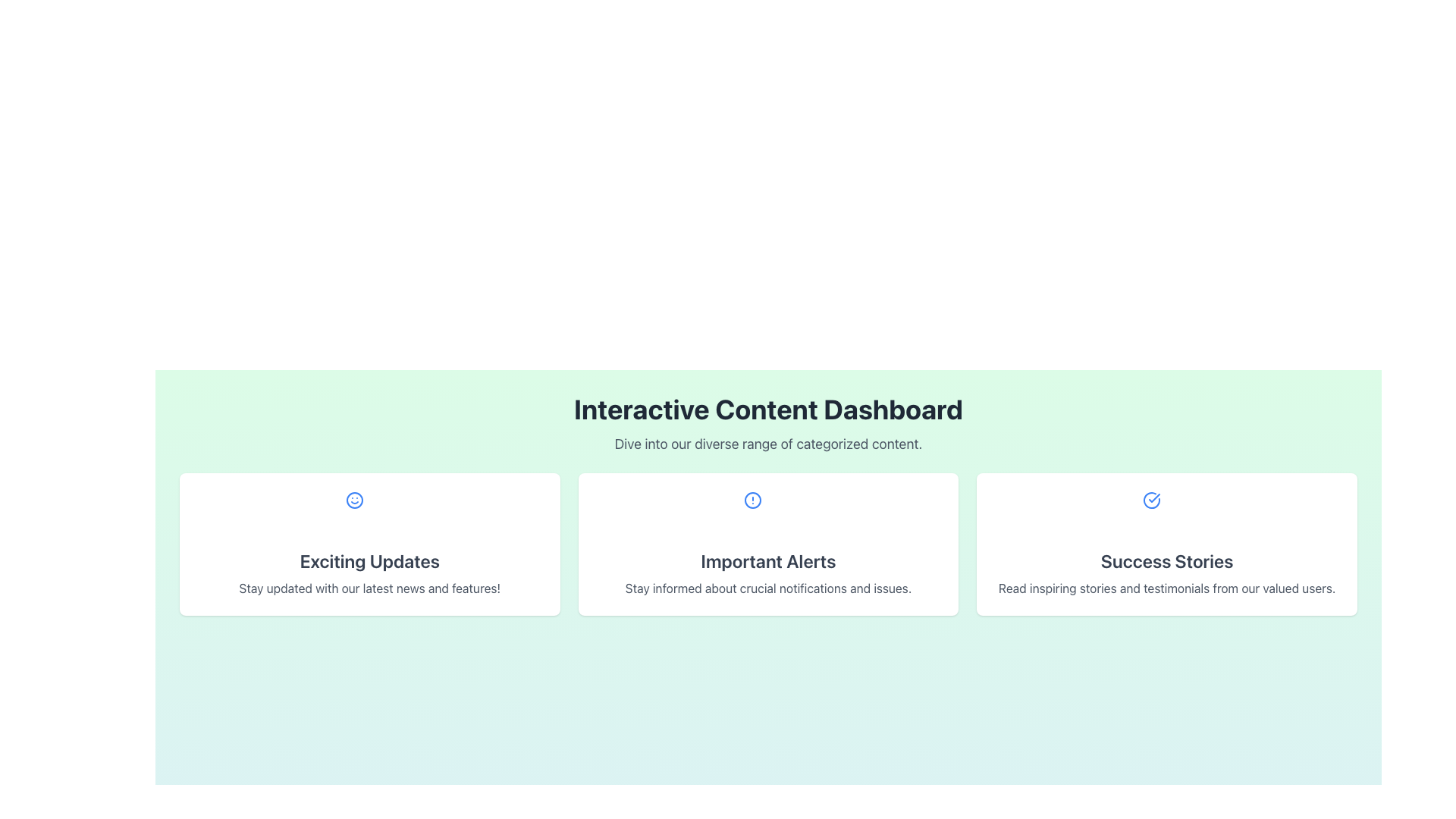 Image resolution: width=1456 pixels, height=819 pixels. I want to click on the success indicator icon located at the upper-center area of the 'Success Stories' card, which is the third card from the left, so click(1152, 500).